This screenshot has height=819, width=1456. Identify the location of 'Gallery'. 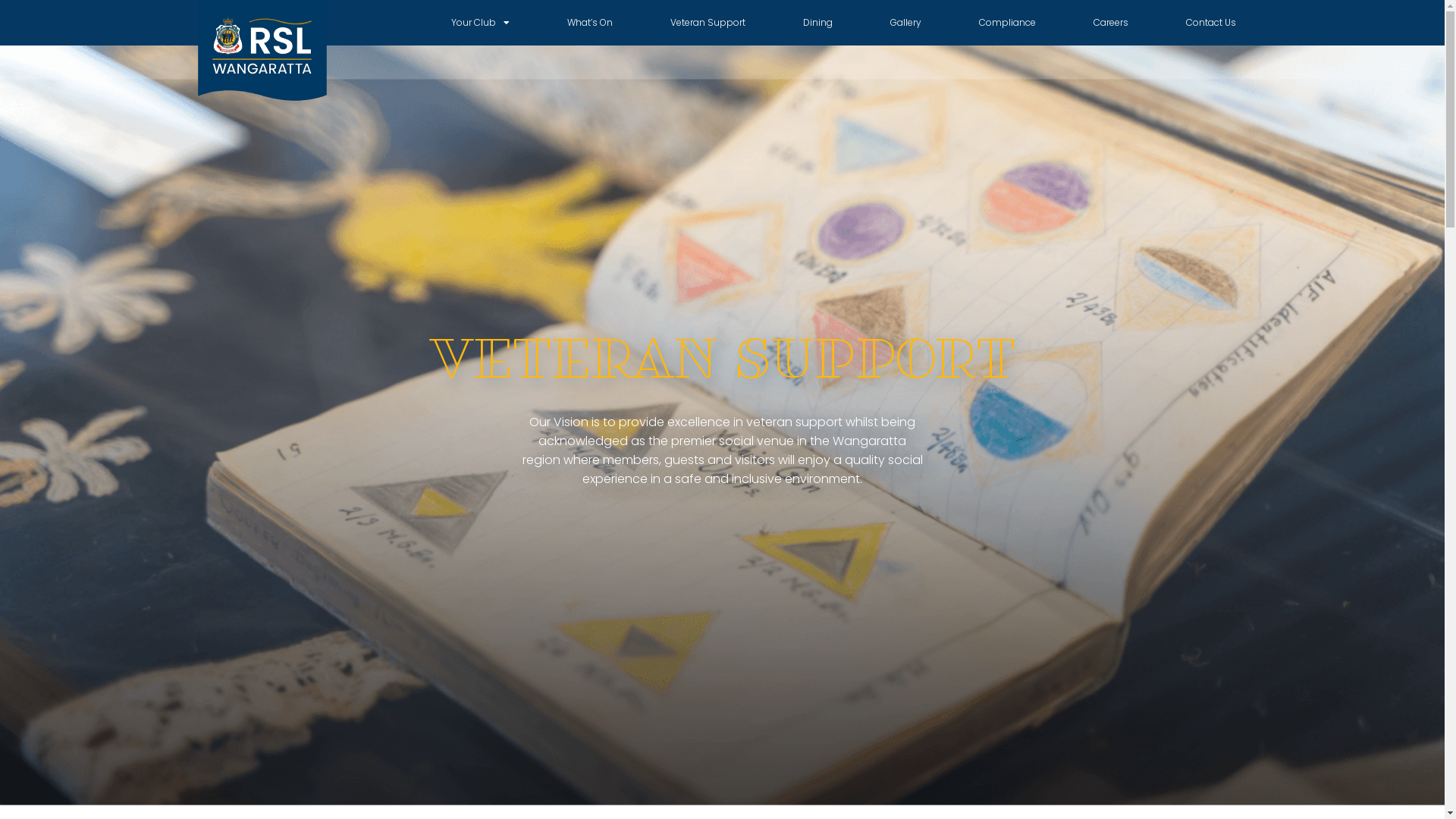
(905, 23).